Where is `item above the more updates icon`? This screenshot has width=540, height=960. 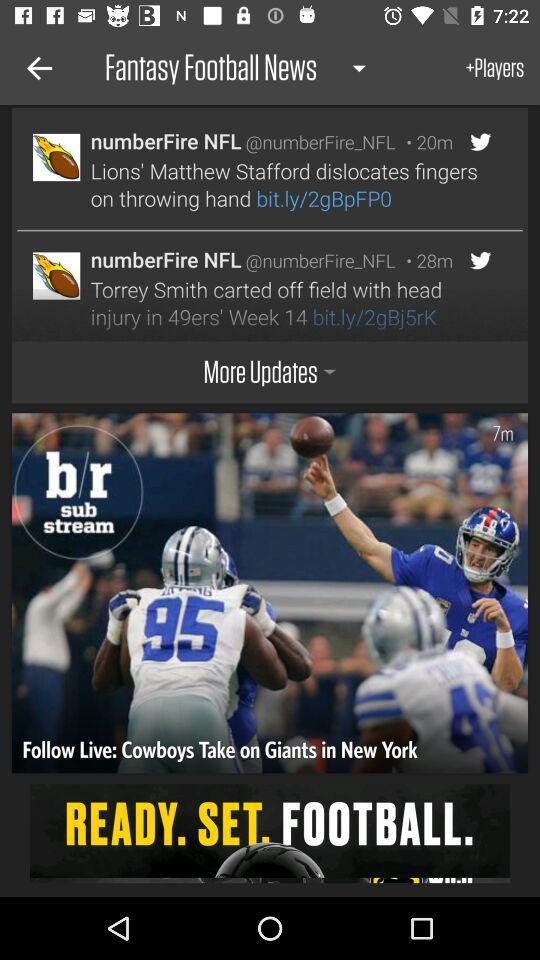 item above the more updates icon is located at coordinates (262, 285).